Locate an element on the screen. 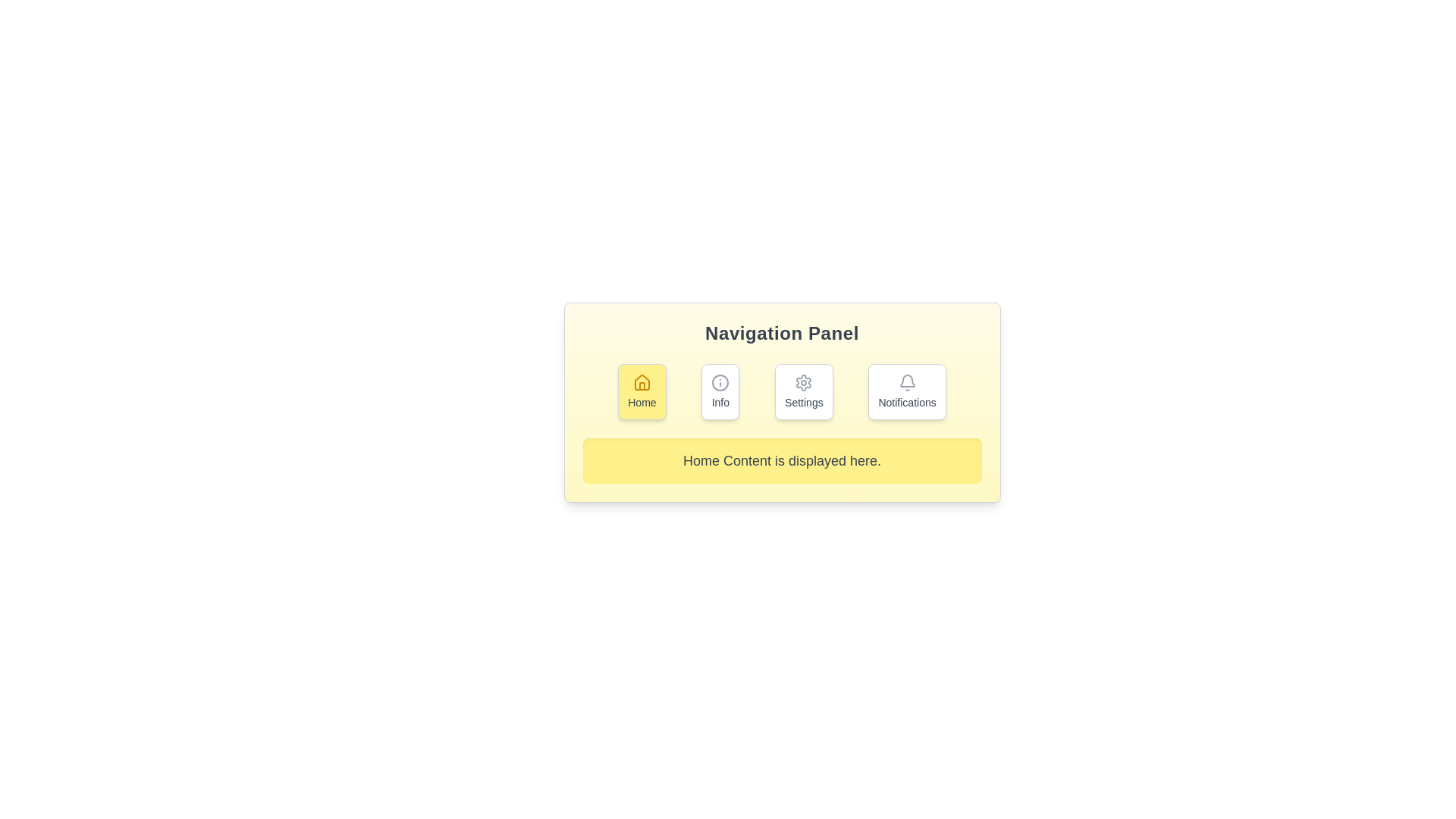  the 'Info' button, which is the second button from the left in a horizontal set of four buttons, styled with a white background and an 'i' symbol for information is located at coordinates (720, 391).